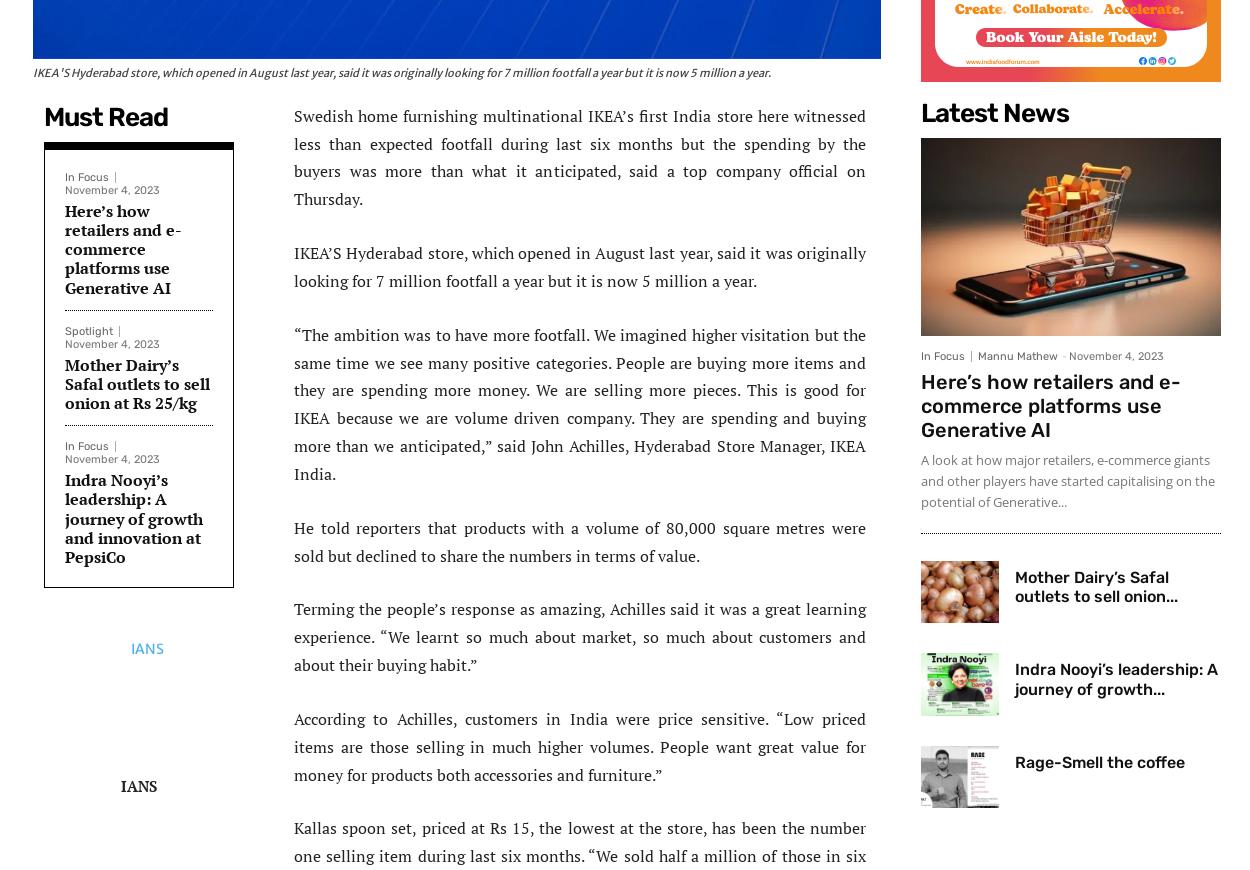 The width and height of the screenshot is (1250, 870). What do you see at coordinates (579, 266) in the screenshot?
I see `'IKEA’S Hyderabad store, which opened in August last year, said it was originally looking for 7 million footfall a year but it is now 5 million a year.'` at bounding box center [579, 266].